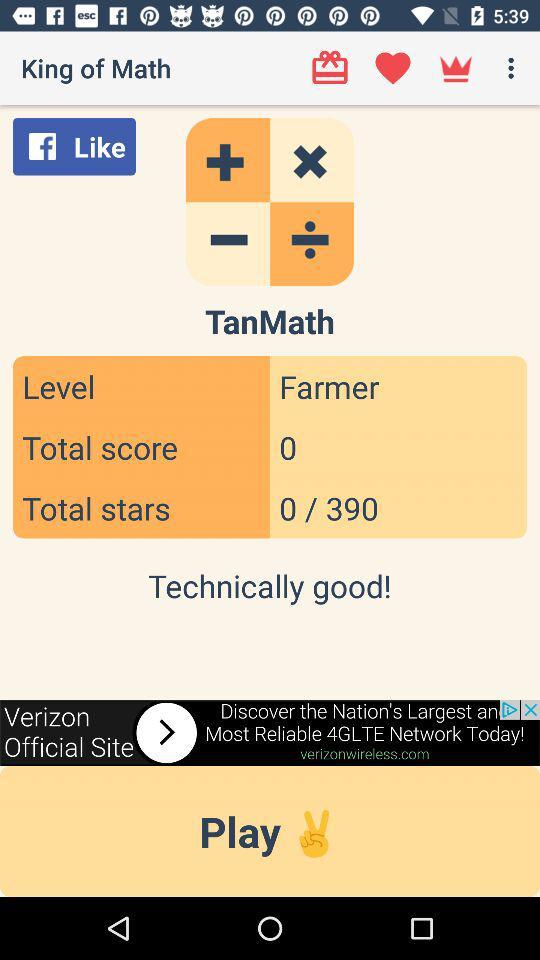 The width and height of the screenshot is (540, 960). Describe the element at coordinates (270, 731) in the screenshot. I see `open the advertisement` at that location.